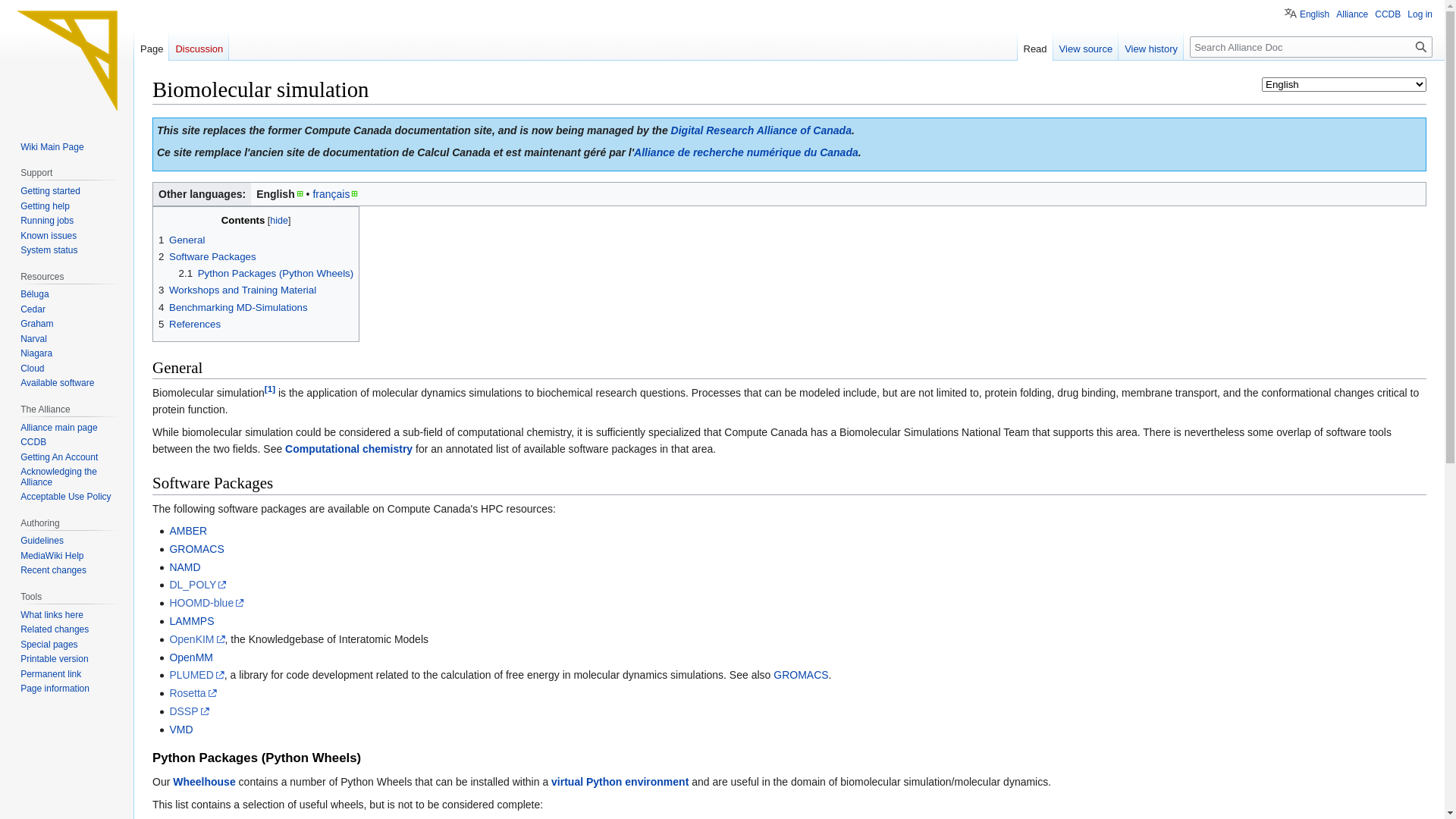 This screenshot has width=1456, height=819. What do you see at coordinates (168, 601) in the screenshot?
I see `'HOOMD-blue'` at bounding box center [168, 601].